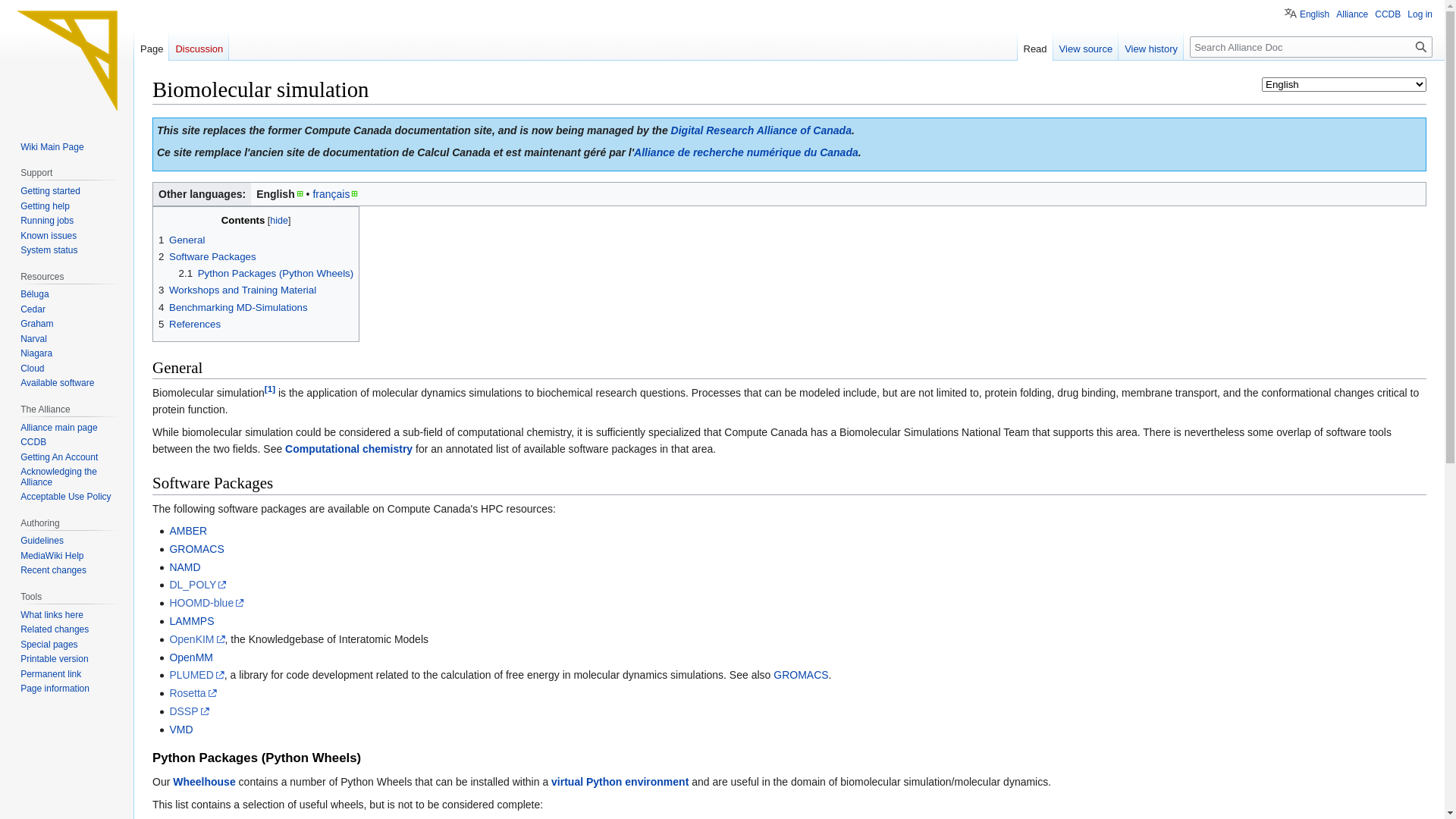 This screenshot has width=1456, height=819. What do you see at coordinates (168, 601) in the screenshot?
I see `'HOOMD-blue'` at bounding box center [168, 601].